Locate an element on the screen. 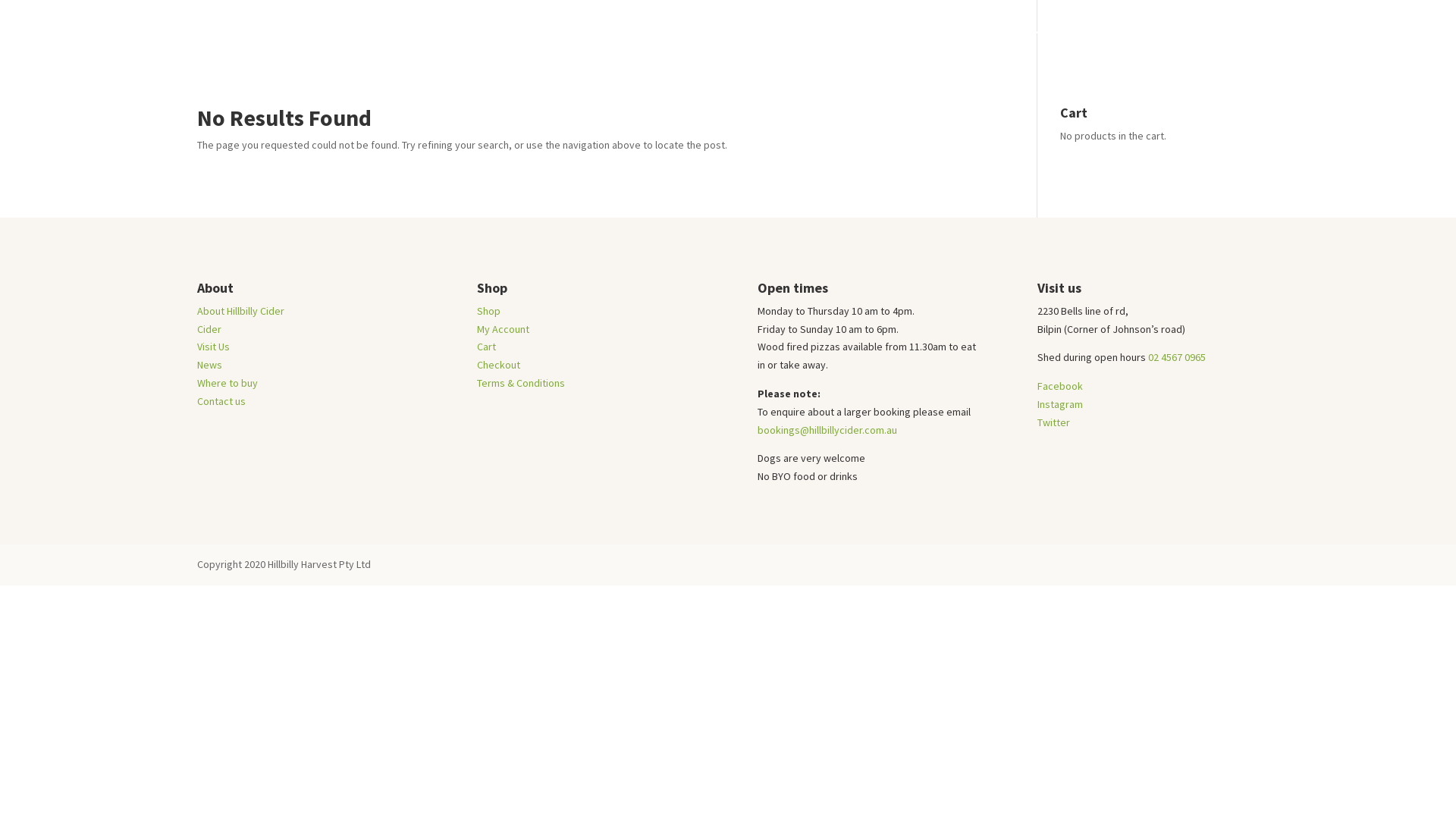 The width and height of the screenshot is (1456, 819). 'Instagram' is located at coordinates (1059, 403).